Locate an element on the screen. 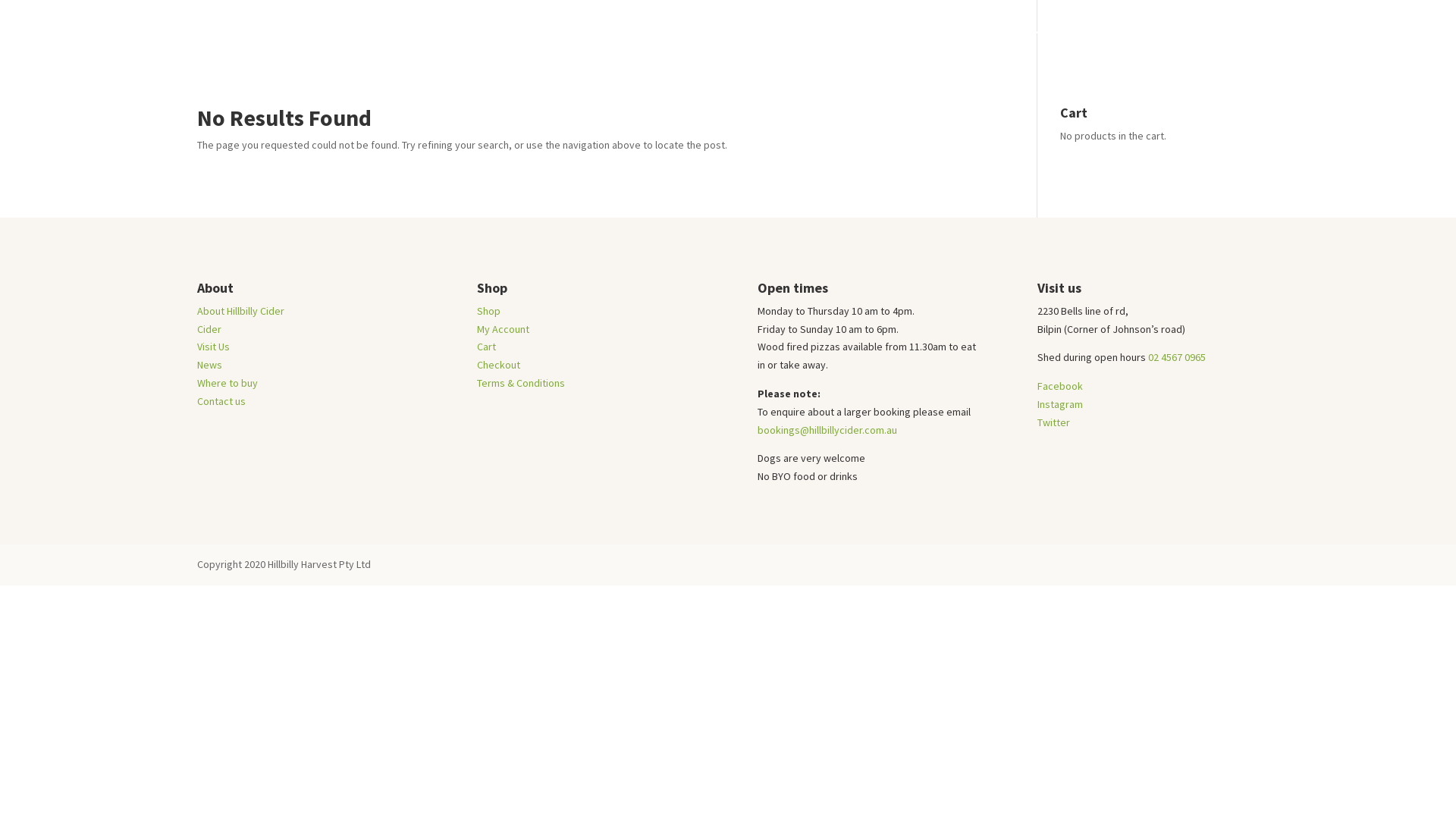 The width and height of the screenshot is (1456, 819). 'Instagram' is located at coordinates (1059, 403).